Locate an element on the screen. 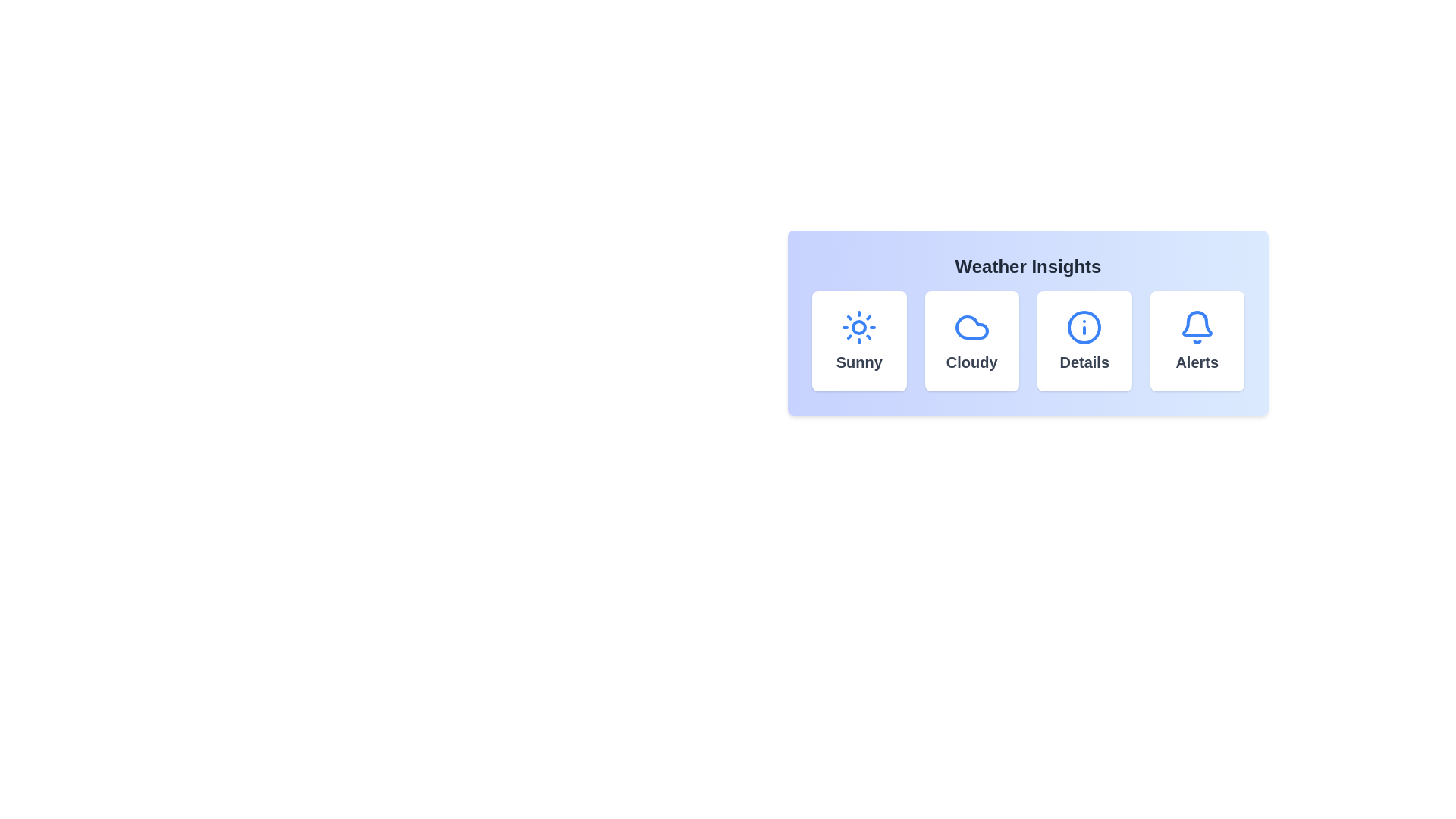 This screenshot has width=1456, height=819. the first card in the 'Weather Insights' section that represents sunny weather conditions is located at coordinates (859, 341).